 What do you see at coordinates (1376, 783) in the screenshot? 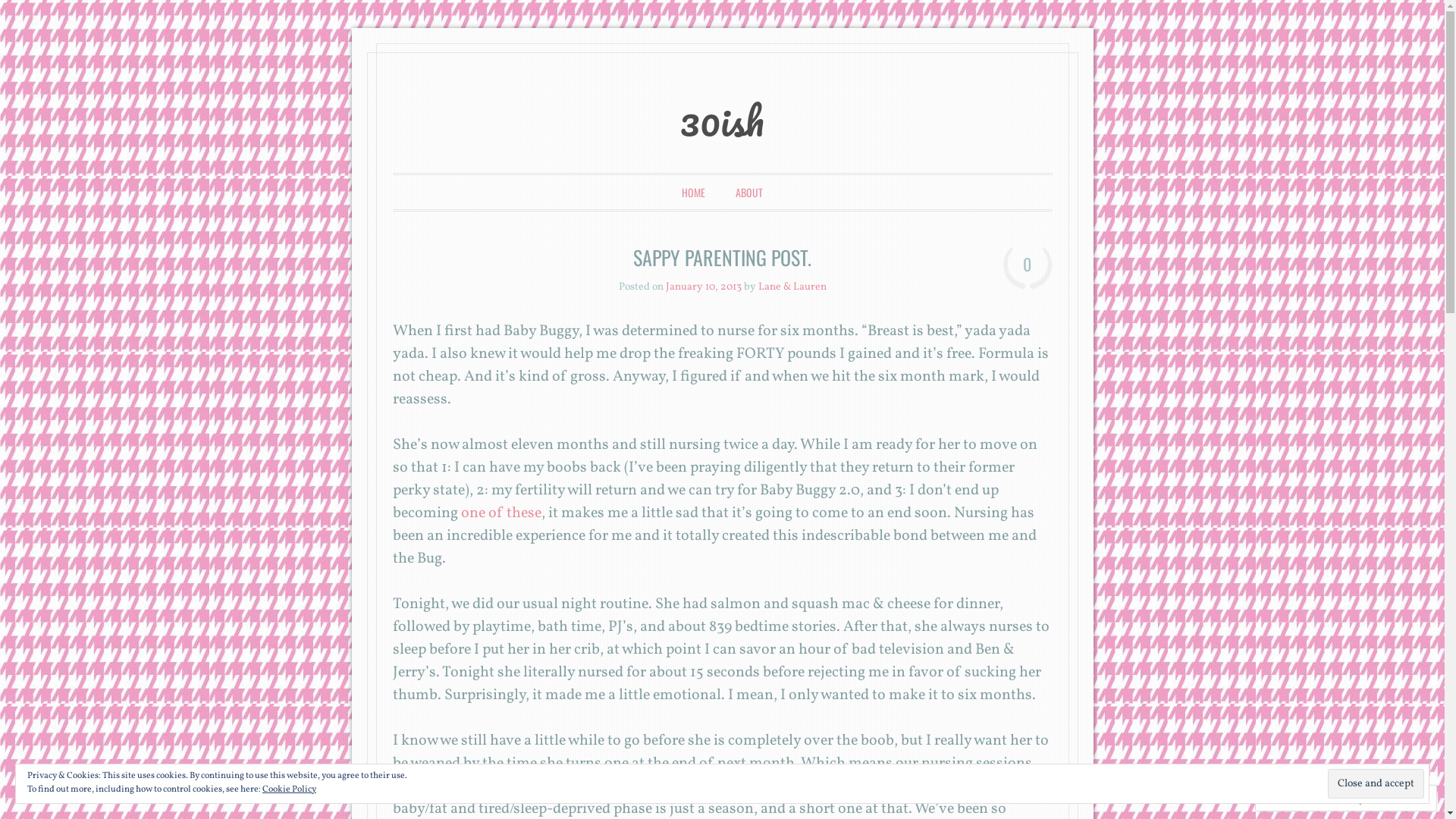
I see `'Close and accept'` at bounding box center [1376, 783].